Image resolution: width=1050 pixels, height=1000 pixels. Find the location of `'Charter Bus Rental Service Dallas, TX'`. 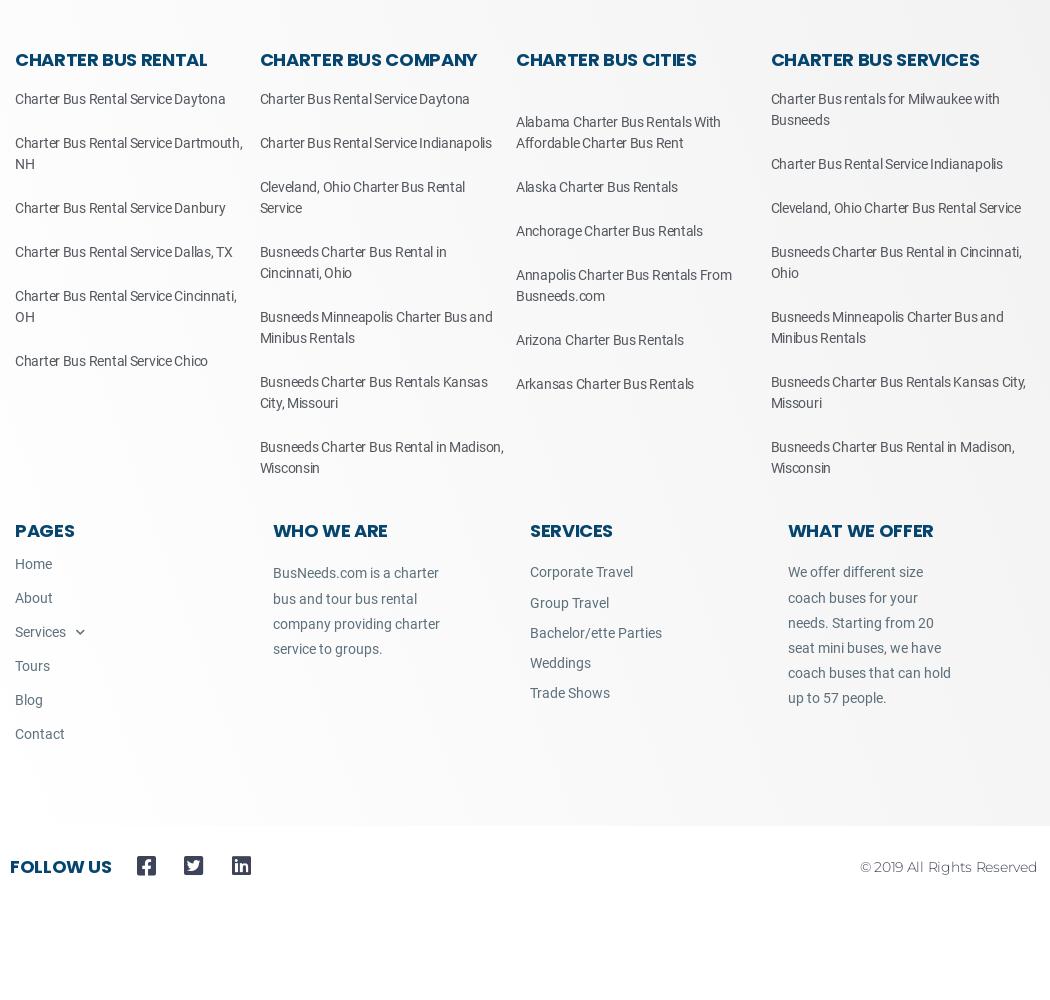

'Charter Bus Rental Service Dallas, TX' is located at coordinates (122, 252).